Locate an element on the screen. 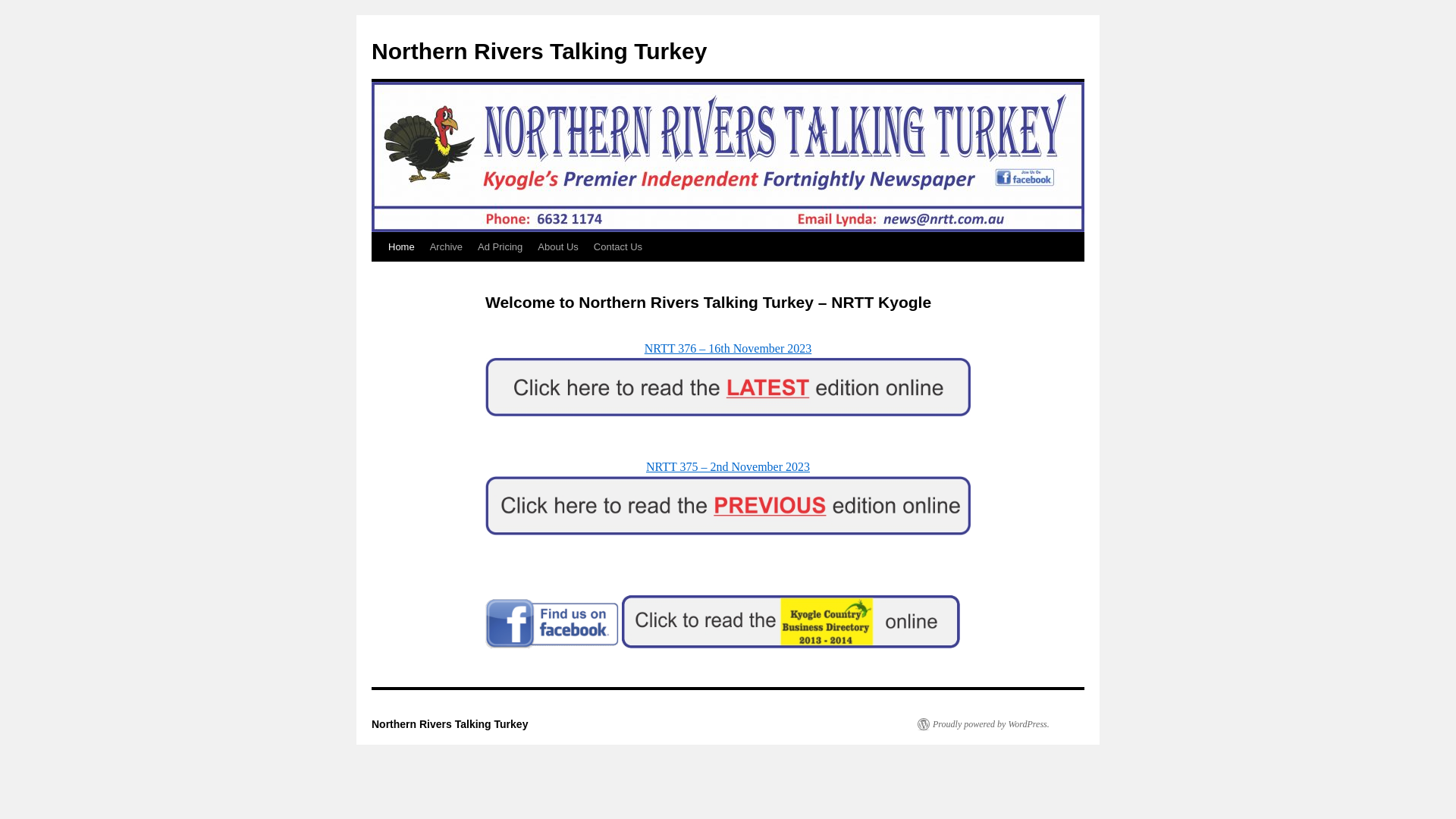  'Ad Pricing' is located at coordinates (469, 246).